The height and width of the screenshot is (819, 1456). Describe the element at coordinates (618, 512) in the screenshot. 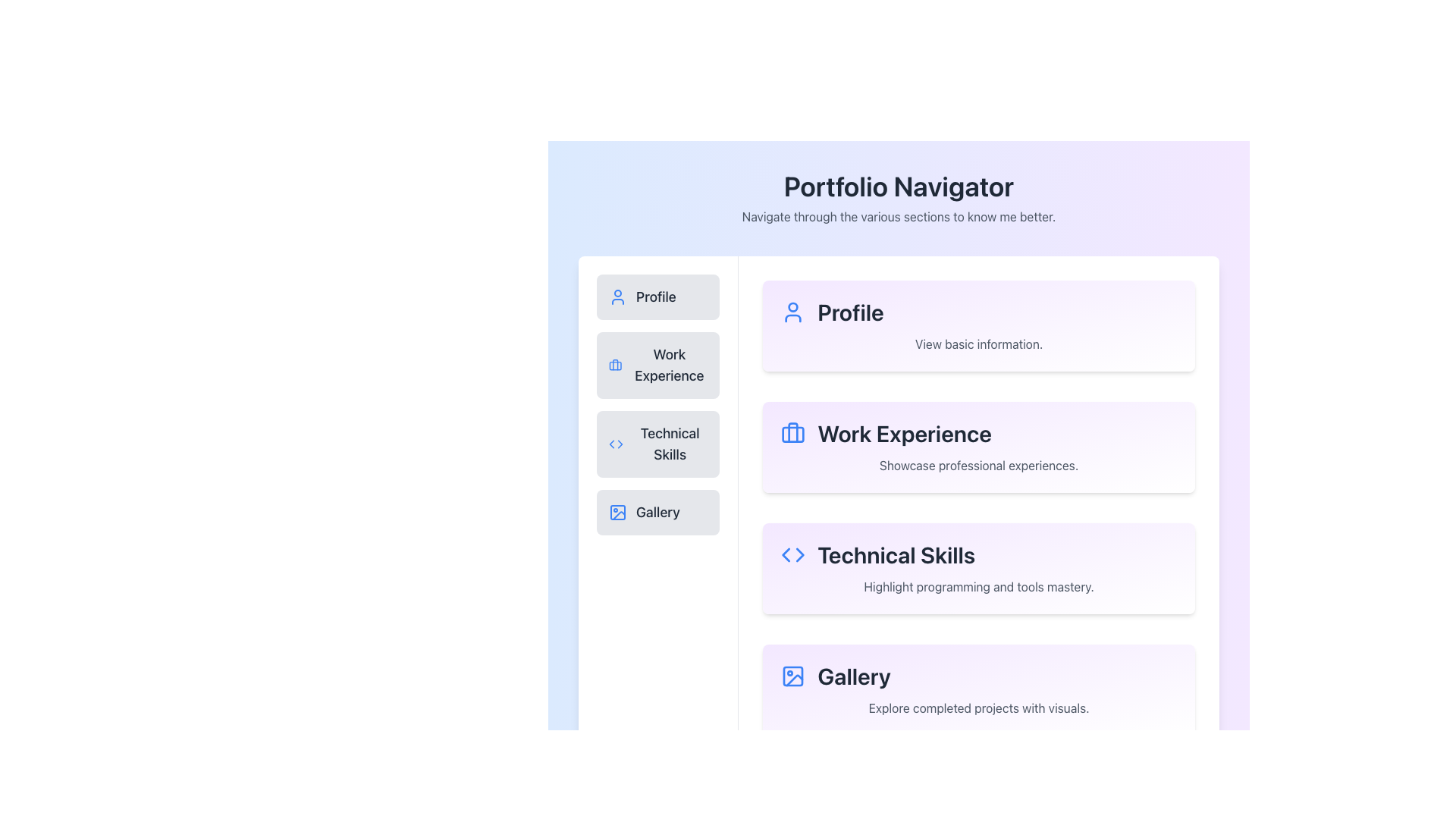

I see `the 'Gallery' icon in the navigation menu, which is situated to the left of the text label 'Gallery'` at that location.